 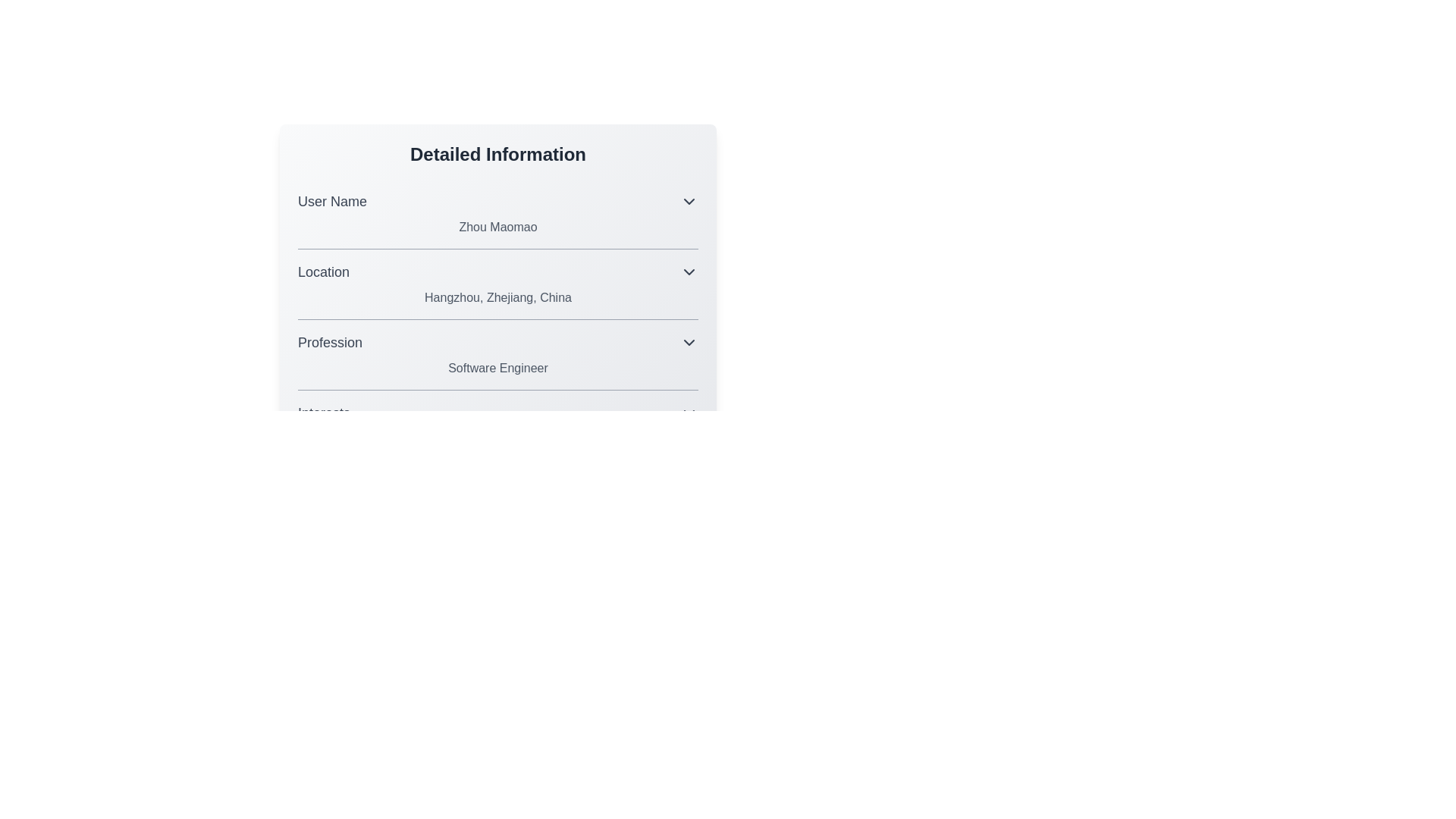 What do you see at coordinates (498, 354) in the screenshot?
I see `the 'Profession' dropdown label, which includes the text 'Software Engineer' and a dropdown arrow icon` at bounding box center [498, 354].